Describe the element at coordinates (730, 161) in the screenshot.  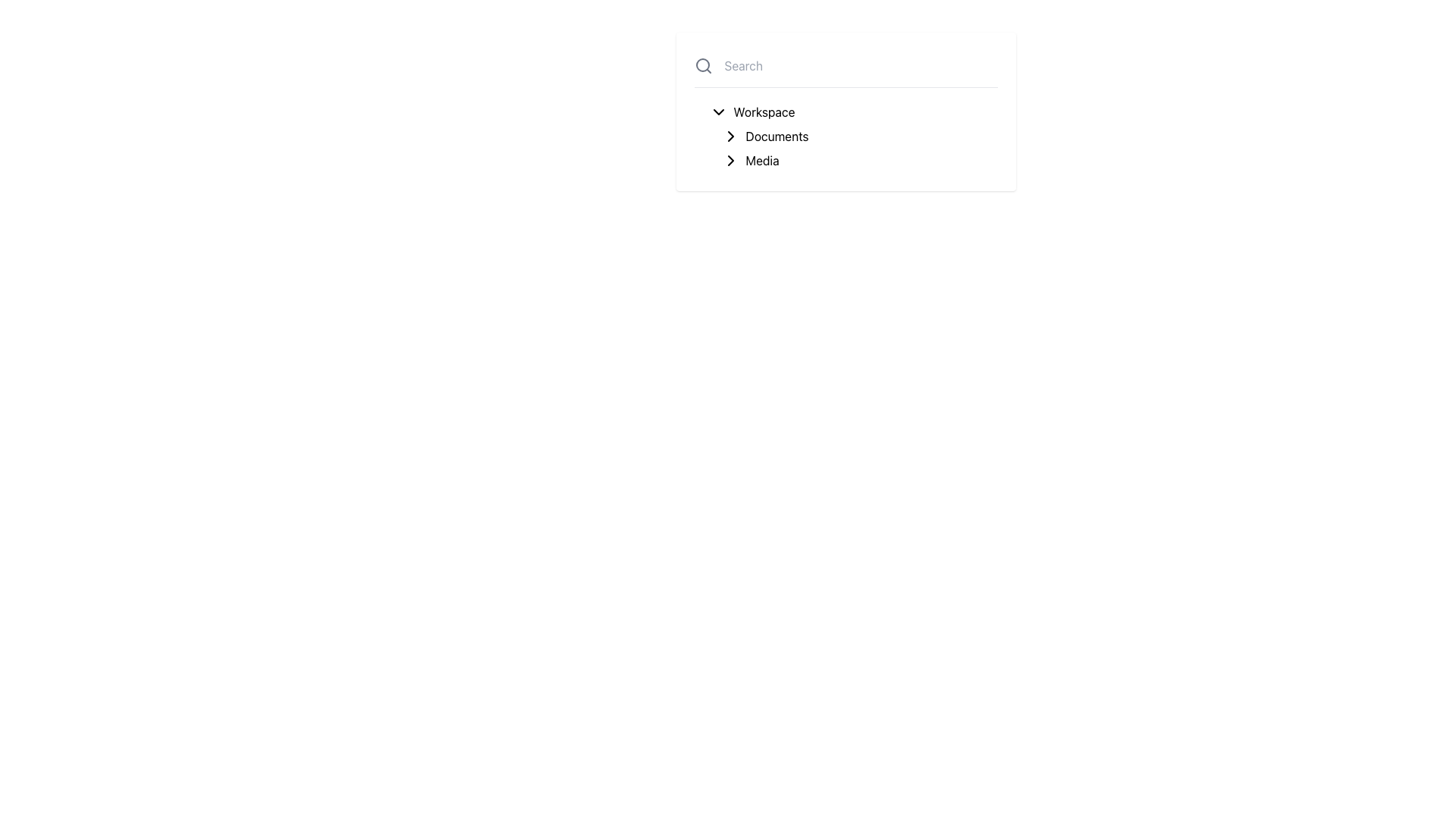
I see `the arrow icon located in the dropdown list under the 'Workspace' section, positioned directly to the right of the 'Media' label, to indicate a selection or navigate` at that location.